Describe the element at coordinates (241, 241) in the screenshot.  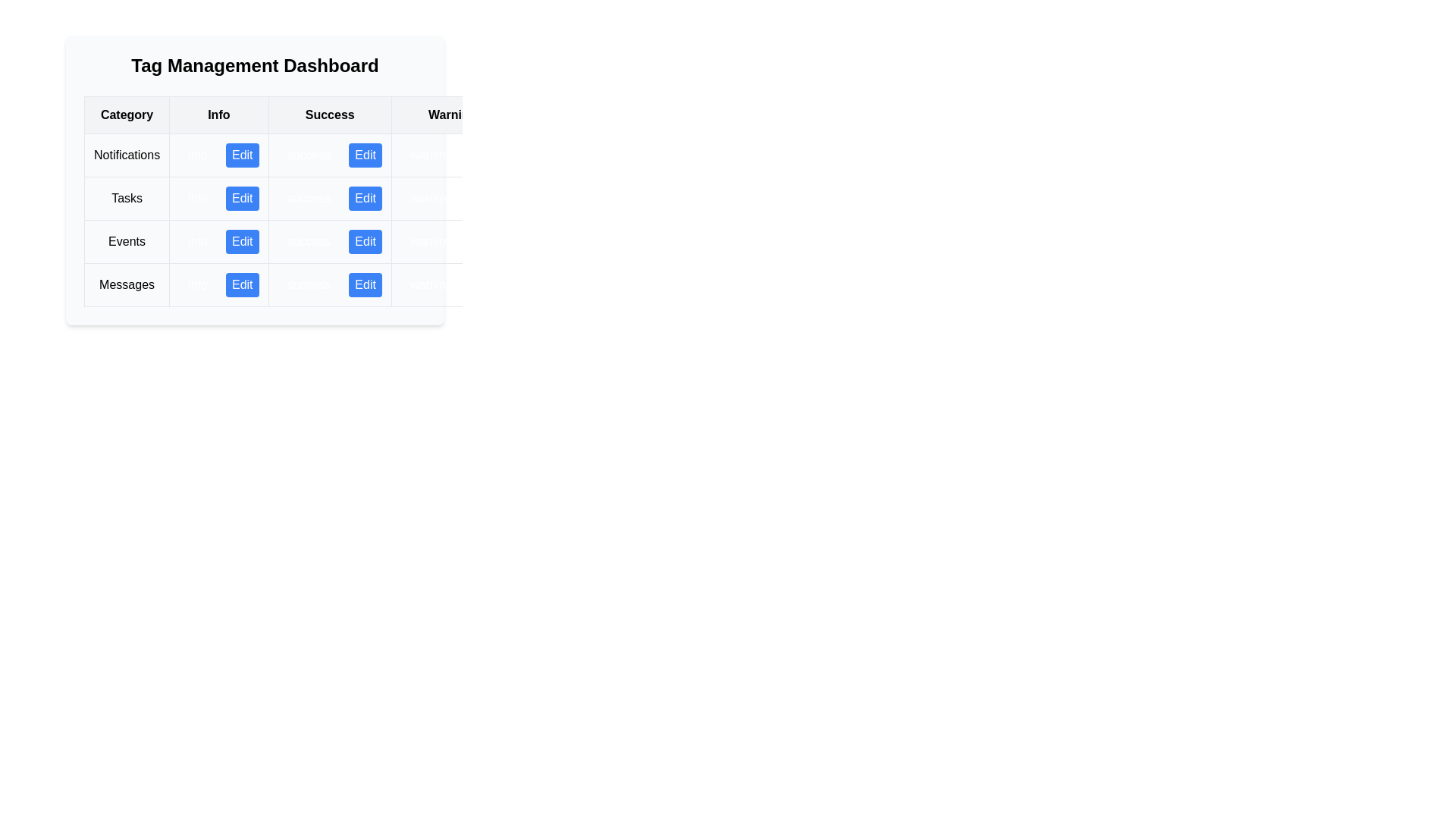
I see `the edit button located in the 'Events' row under the 'Info' column of the Tag Management Dashboard to initiate editing` at that location.